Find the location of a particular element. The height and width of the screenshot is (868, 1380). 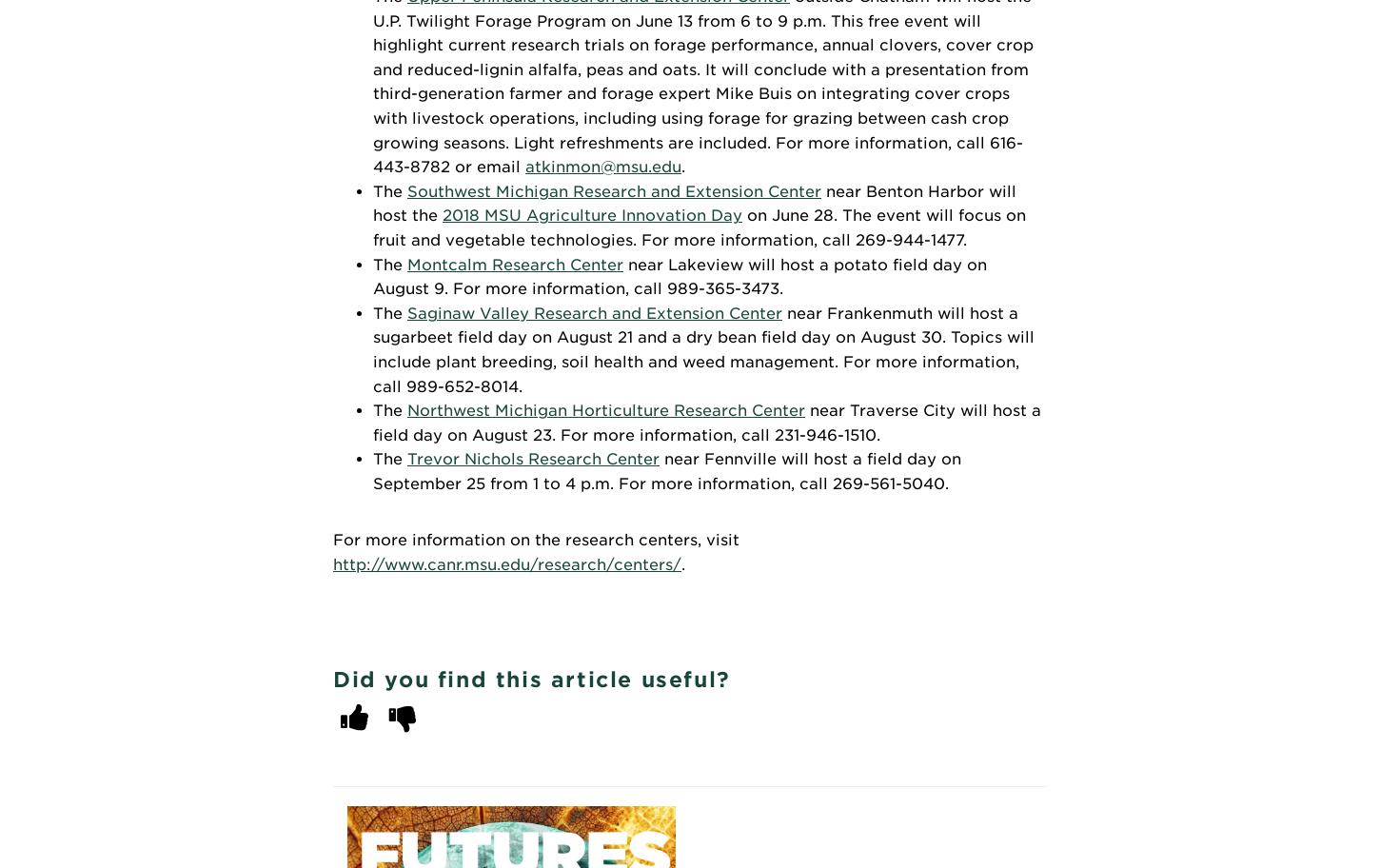

'Saginaw Valley Research and Extension Center' is located at coordinates (593, 312).